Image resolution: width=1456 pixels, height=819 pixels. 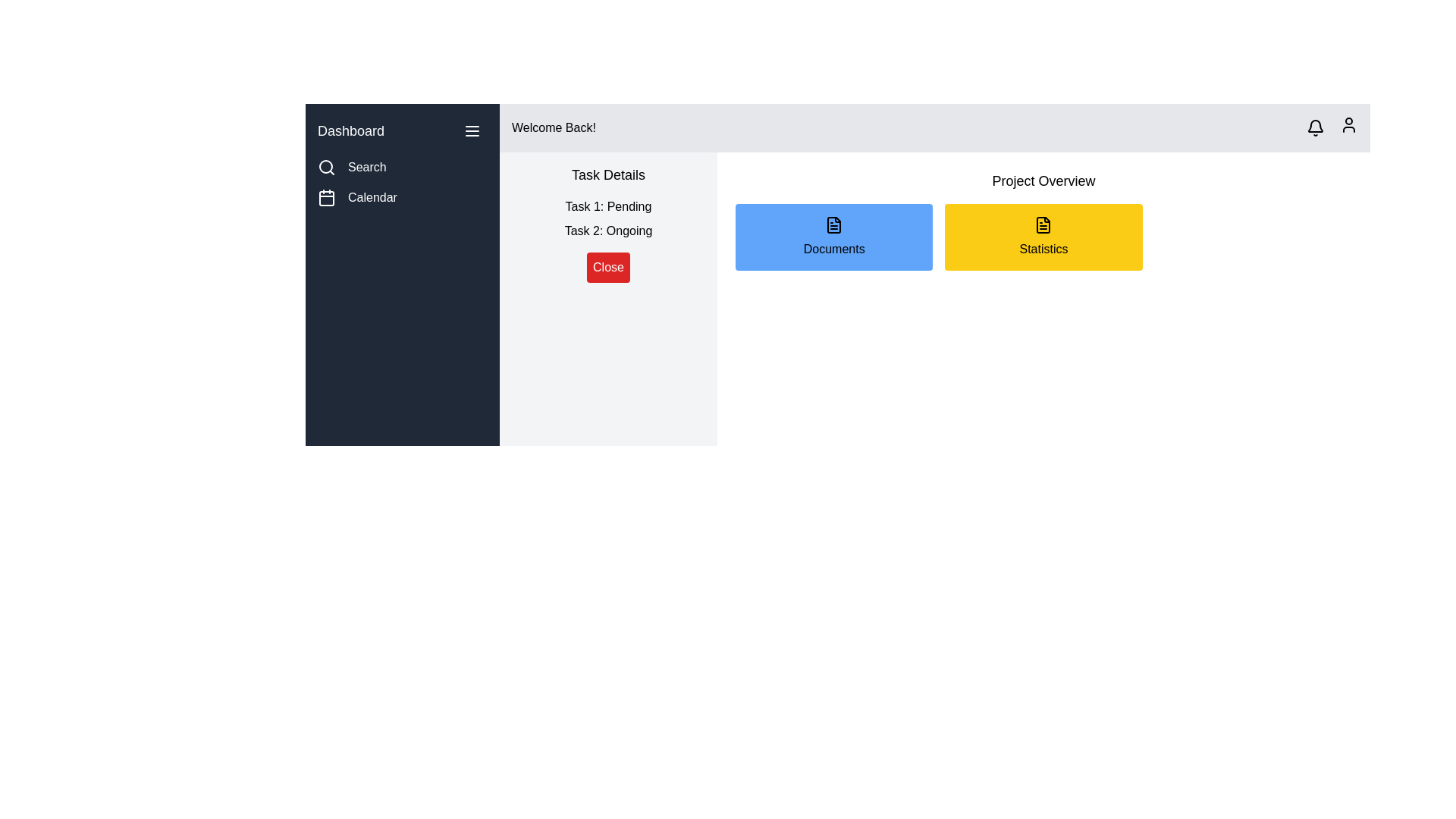 What do you see at coordinates (1043, 225) in the screenshot?
I see `the yellow file/document icon located in the second box labeled 'Statistics' within the 'Project Overview' section of the application interface` at bounding box center [1043, 225].